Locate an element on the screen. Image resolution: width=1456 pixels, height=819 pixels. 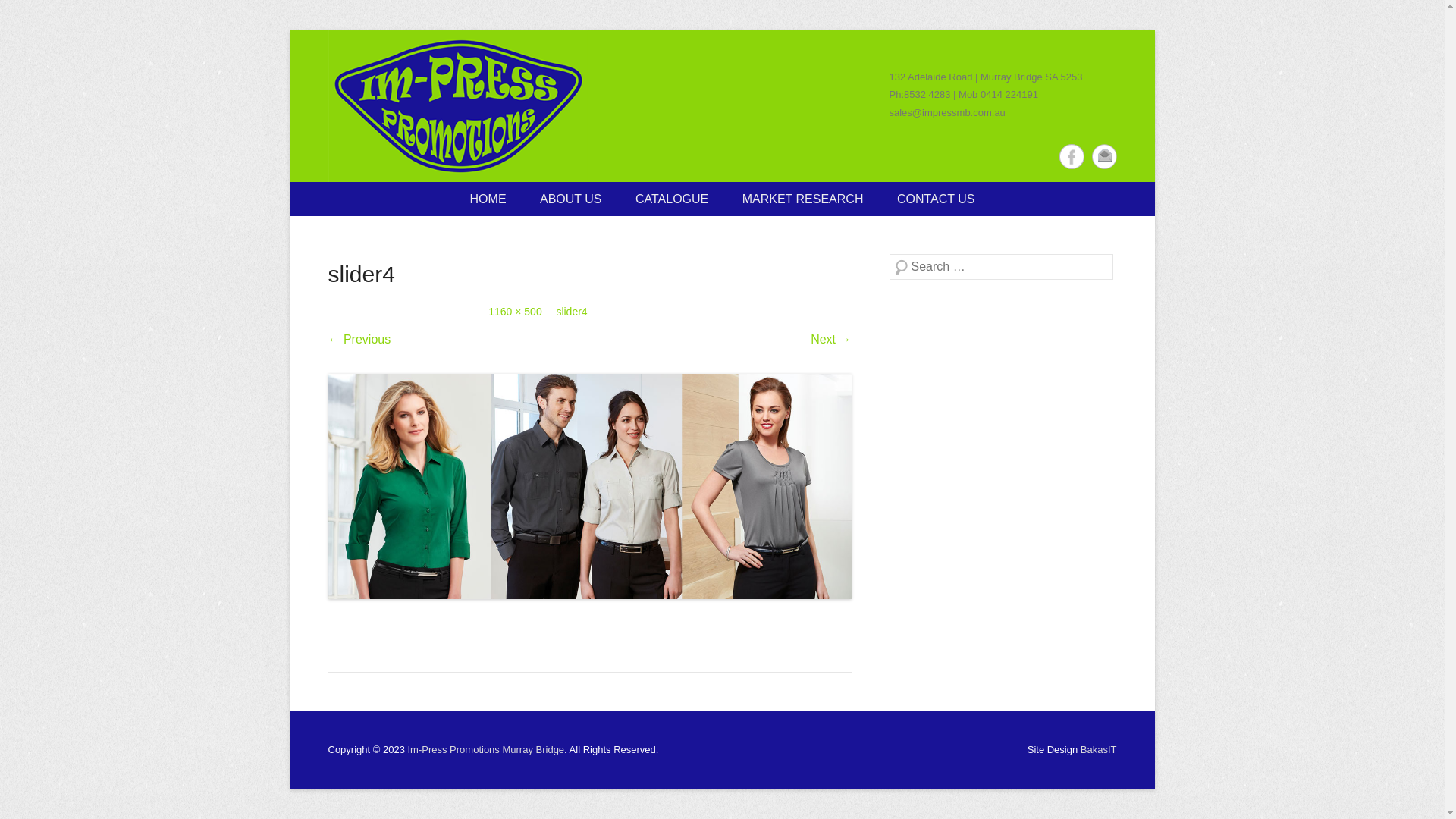
'CATALOGUE' is located at coordinates (671, 198).